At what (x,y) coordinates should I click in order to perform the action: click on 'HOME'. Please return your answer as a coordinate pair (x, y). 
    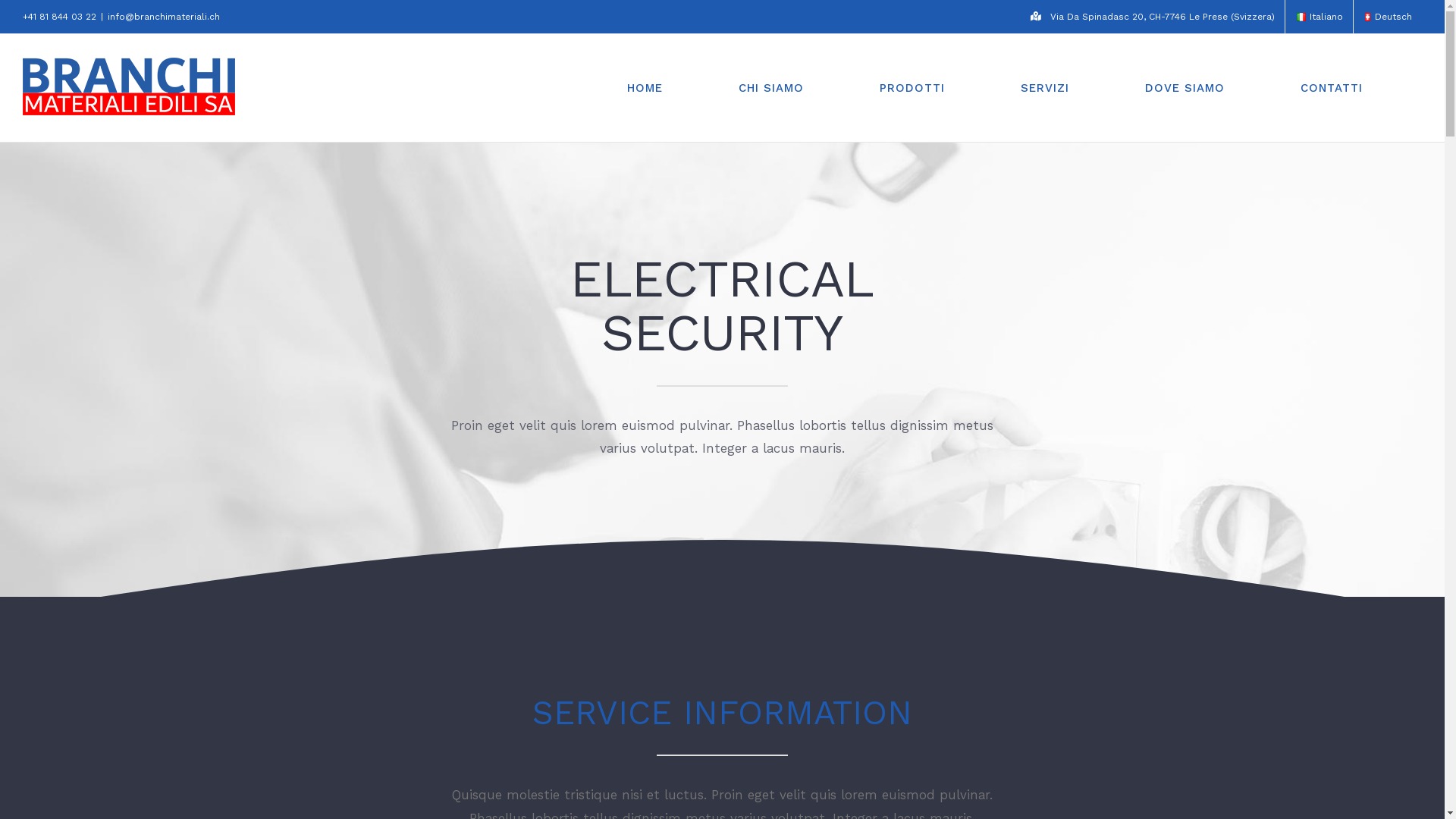
    Looking at the image, I should click on (645, 87).